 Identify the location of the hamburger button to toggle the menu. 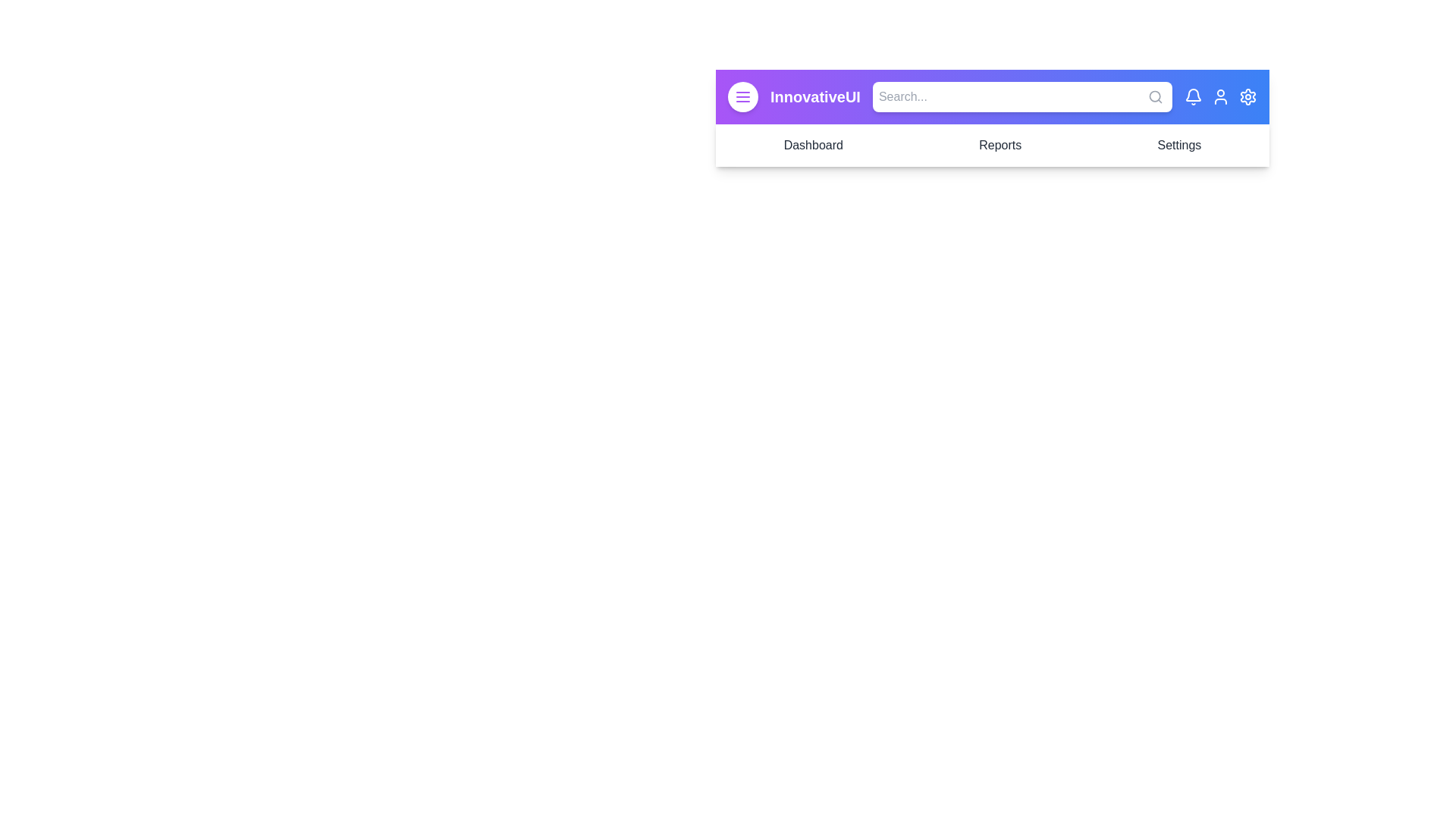
(742, 96).